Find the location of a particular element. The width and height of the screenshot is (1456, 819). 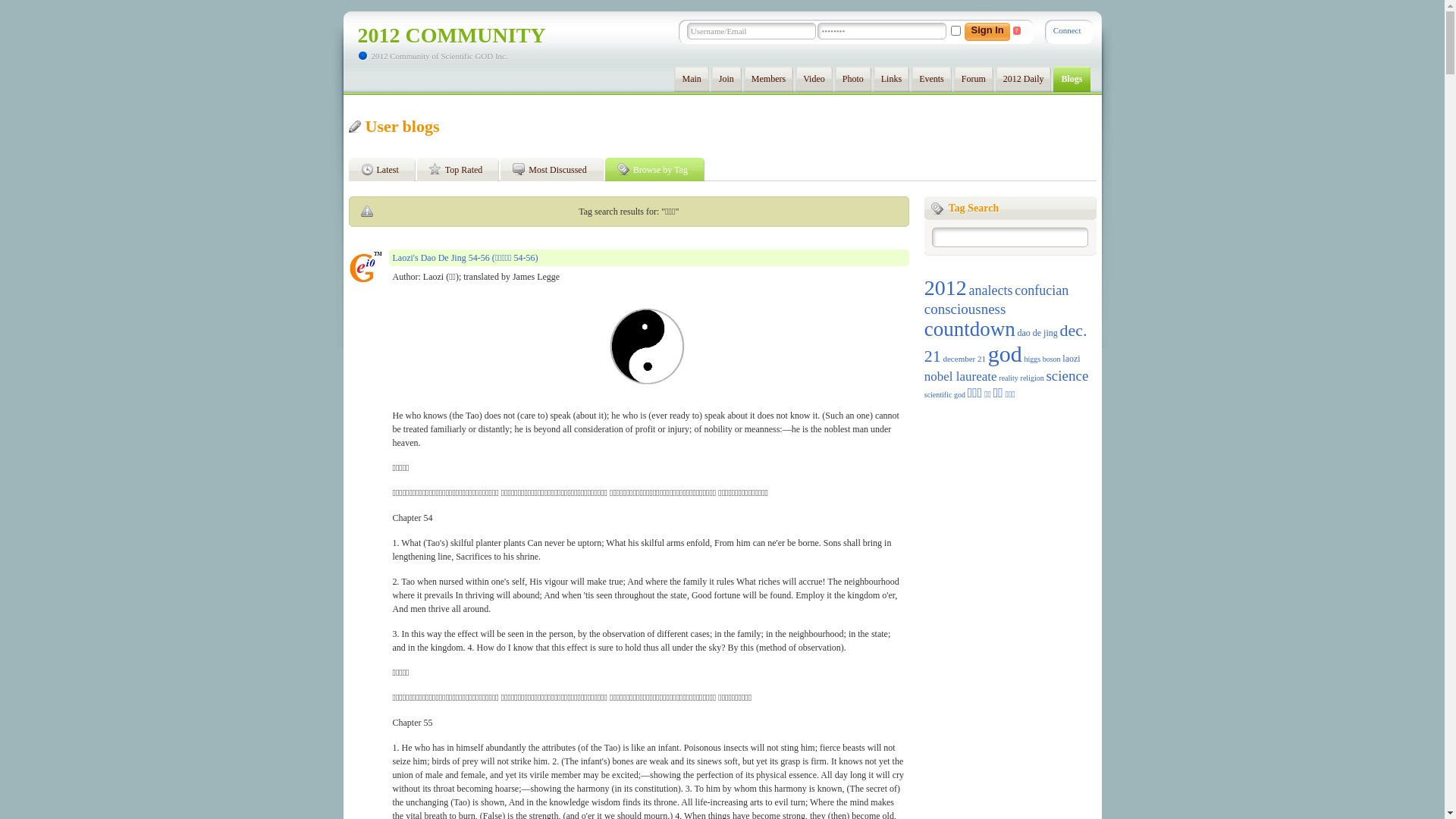

'reality' is located at coordinates (1008, 377).